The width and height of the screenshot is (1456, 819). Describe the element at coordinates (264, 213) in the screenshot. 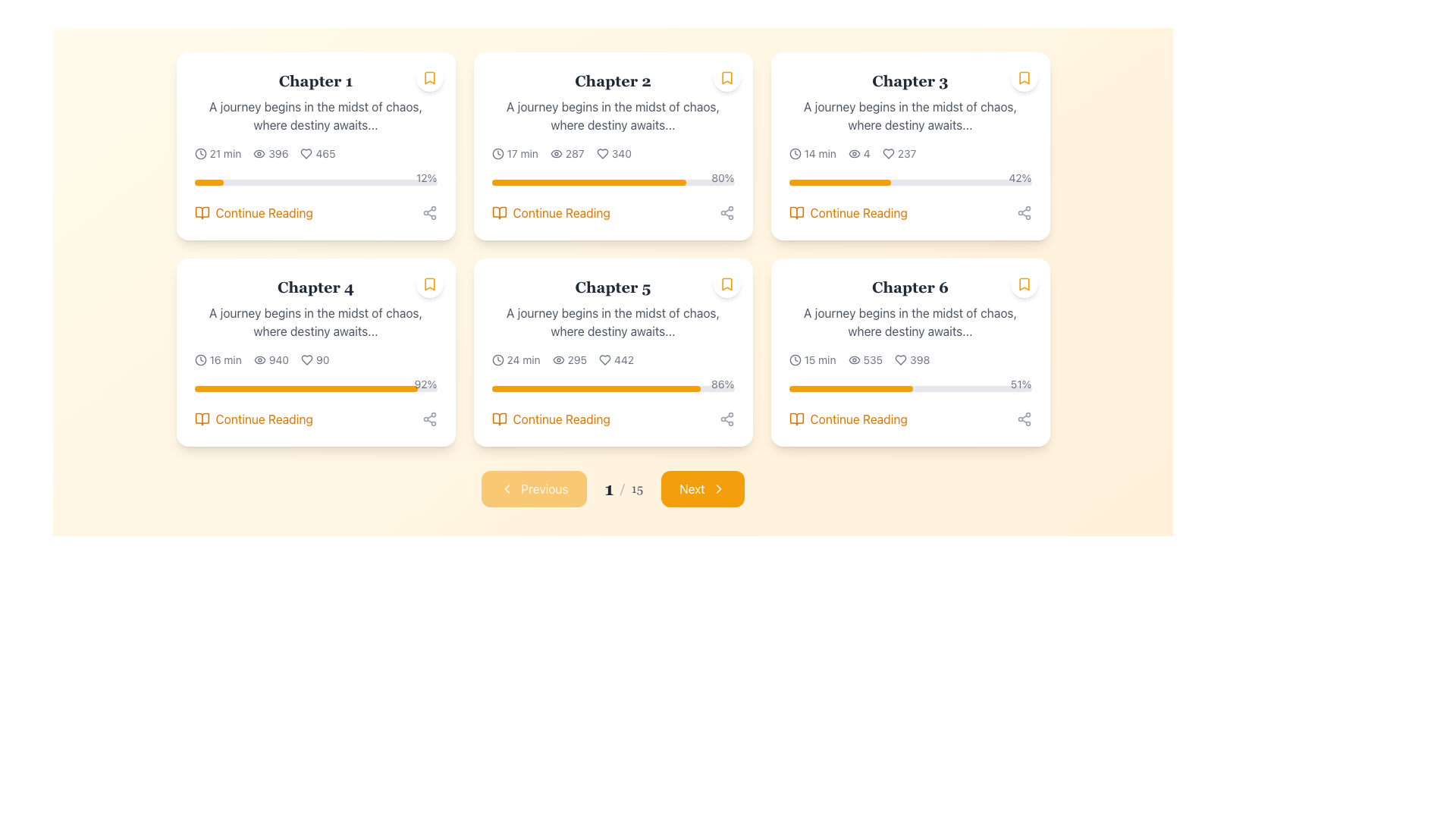

I see `the 'Continue Reading' button-like text element located at the bottom of the first card in the grid layout` at that location.